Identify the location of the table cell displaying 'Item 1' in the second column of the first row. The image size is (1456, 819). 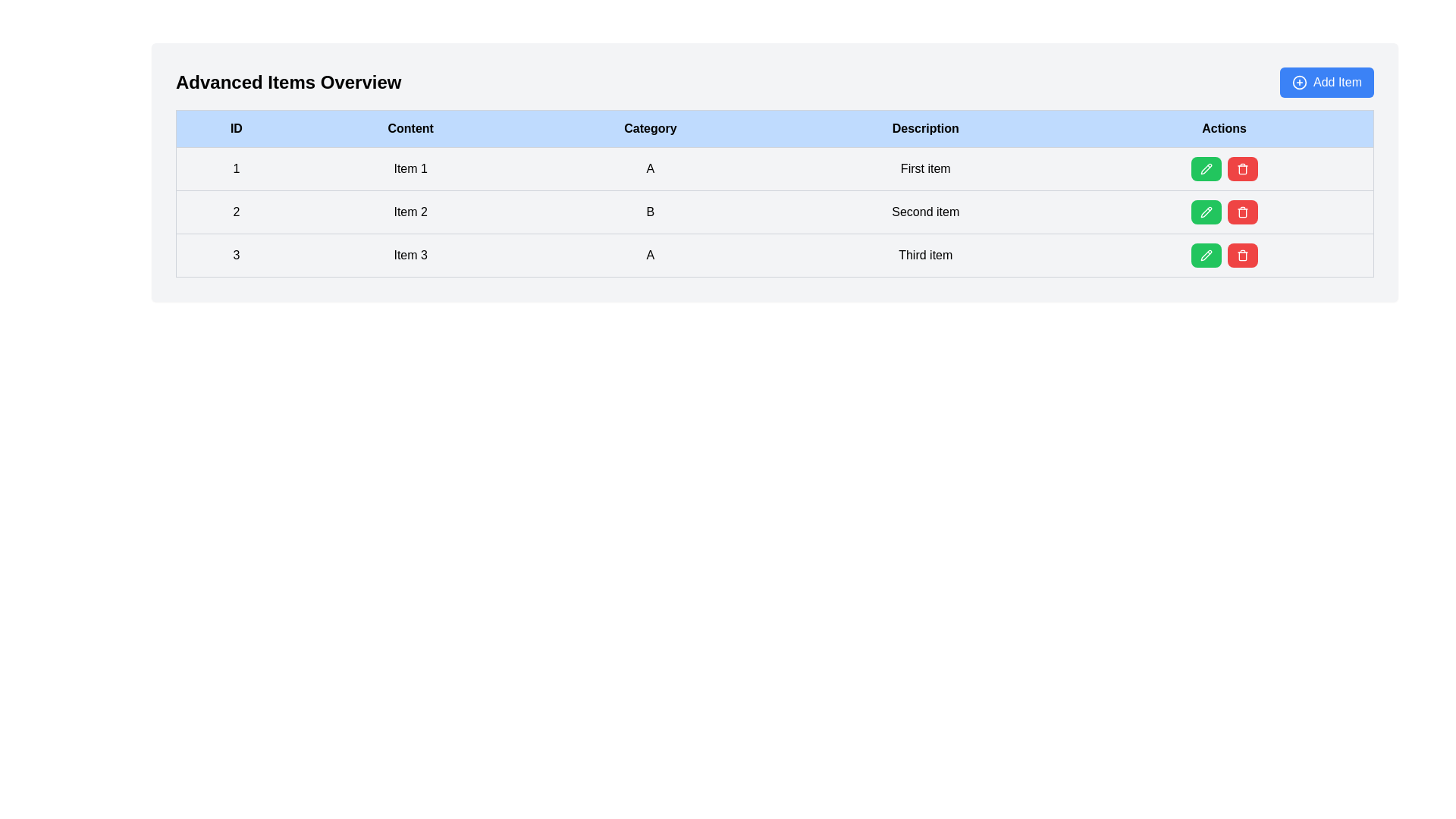
(410, 169).